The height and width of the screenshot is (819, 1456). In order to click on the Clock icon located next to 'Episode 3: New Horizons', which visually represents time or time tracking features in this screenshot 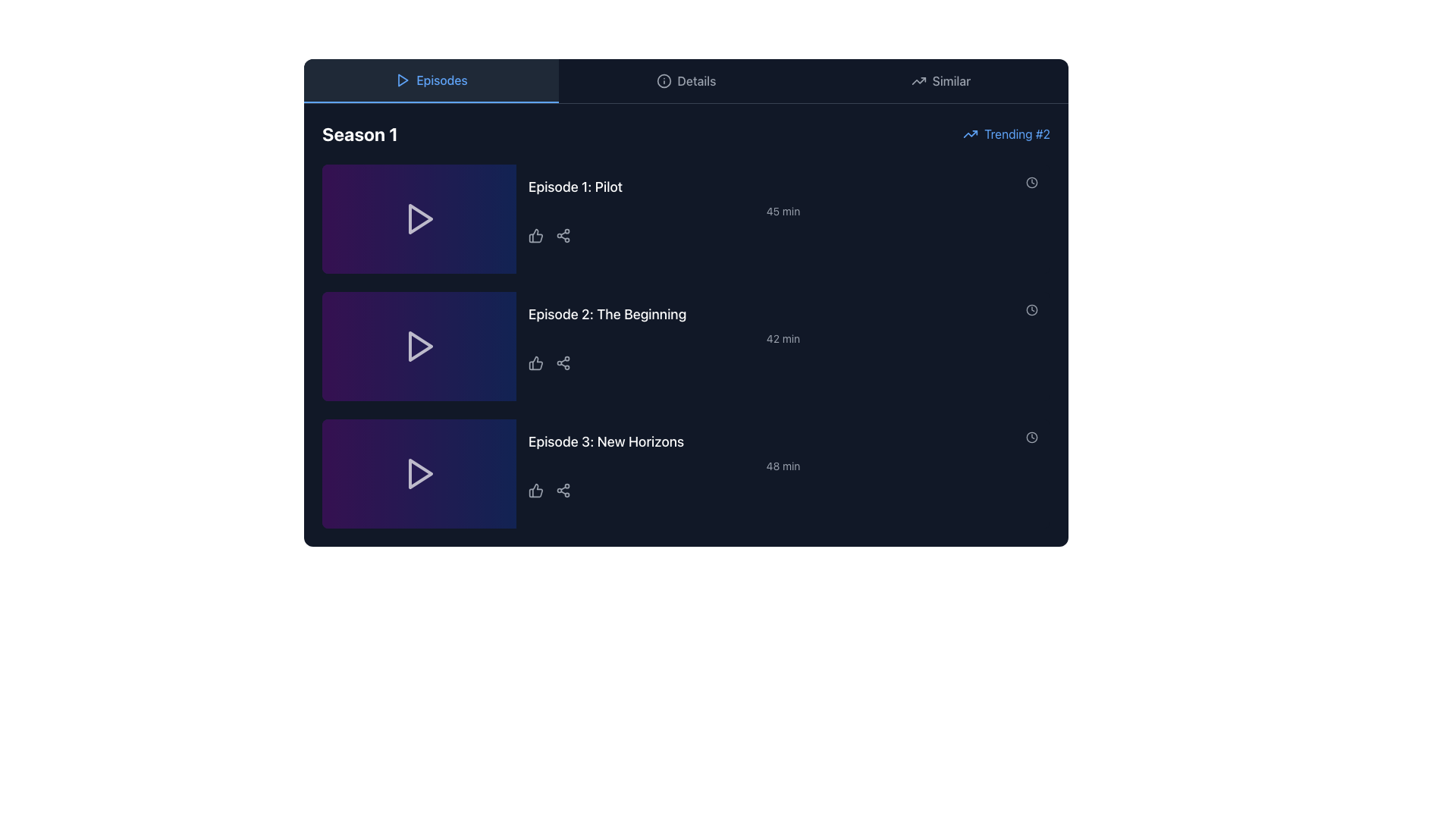, I will do `click(1031, 438)`.